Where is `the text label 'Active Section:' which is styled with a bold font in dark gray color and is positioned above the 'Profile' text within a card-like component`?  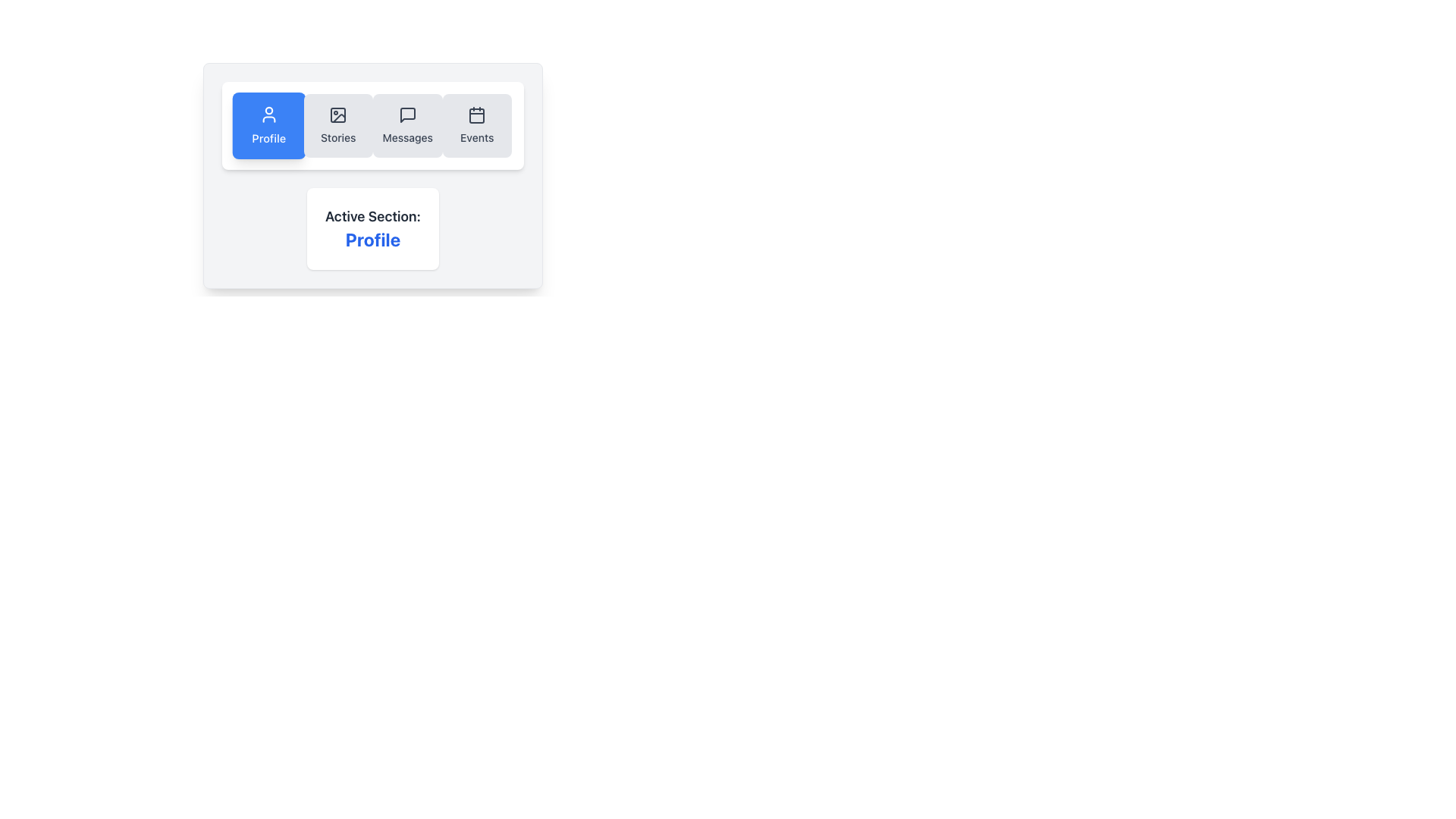
the text label 'Active Section:' which is styled with a bold font in dark gray color and is positioned above the 'Profile' text within a card-like component is located at coordinates (372, 216).